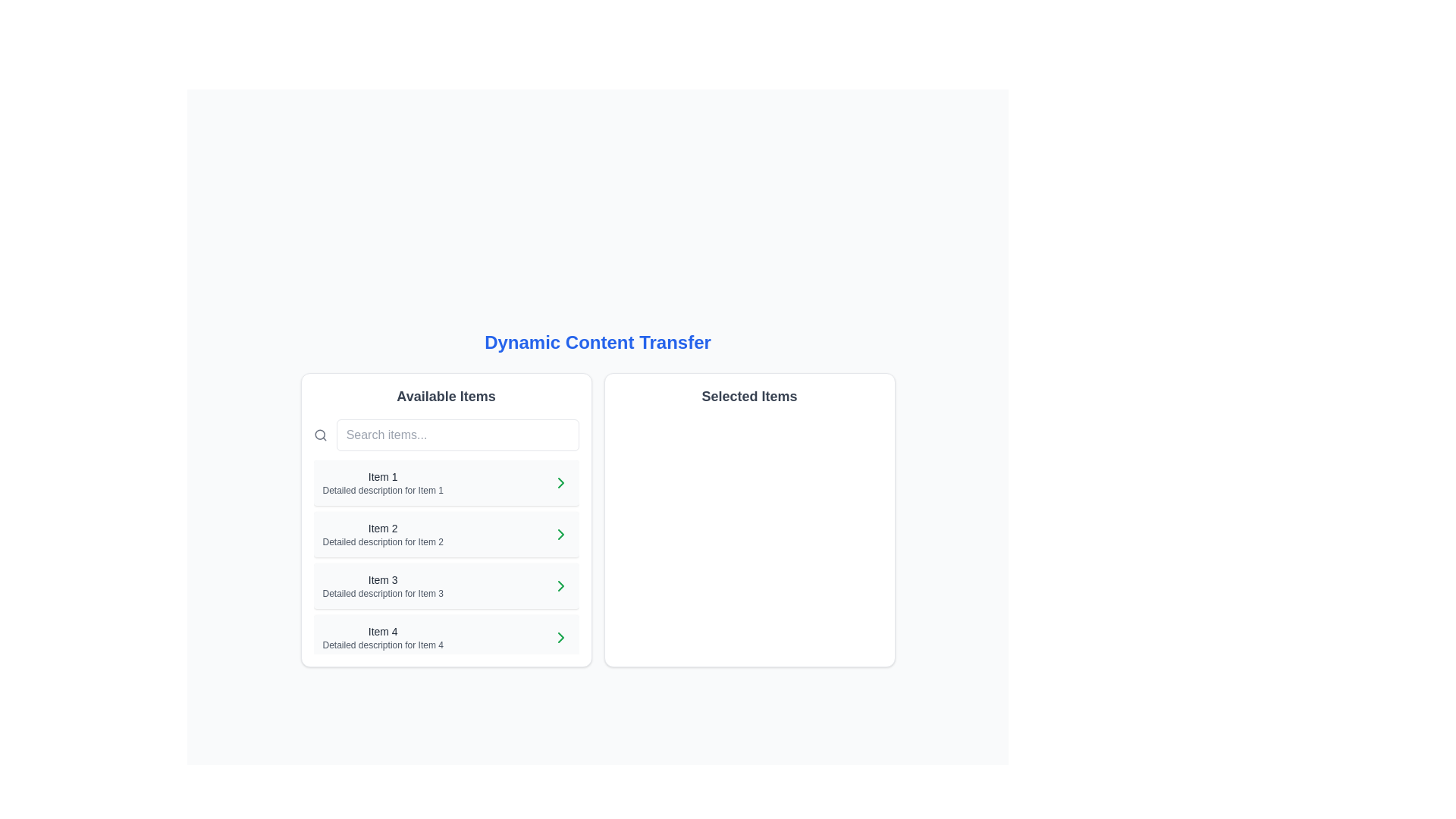 The image size is (1456, 819). I want to click on the text block that displays 'Item 4' and its detailed description in the 'Available Items' section on the left side of the interface, so click(383, 637).